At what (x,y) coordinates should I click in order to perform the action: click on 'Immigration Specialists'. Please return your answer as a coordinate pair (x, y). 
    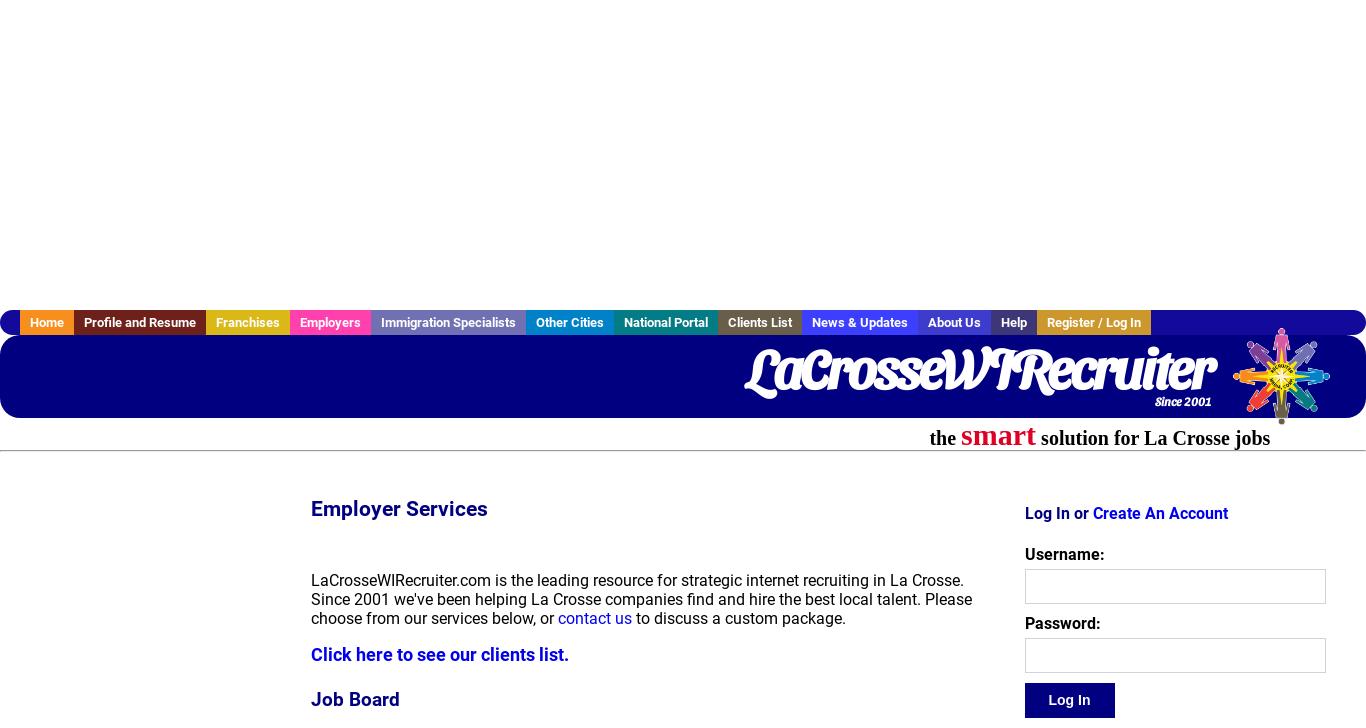
    Looking at the image, I should click on (447, 322).